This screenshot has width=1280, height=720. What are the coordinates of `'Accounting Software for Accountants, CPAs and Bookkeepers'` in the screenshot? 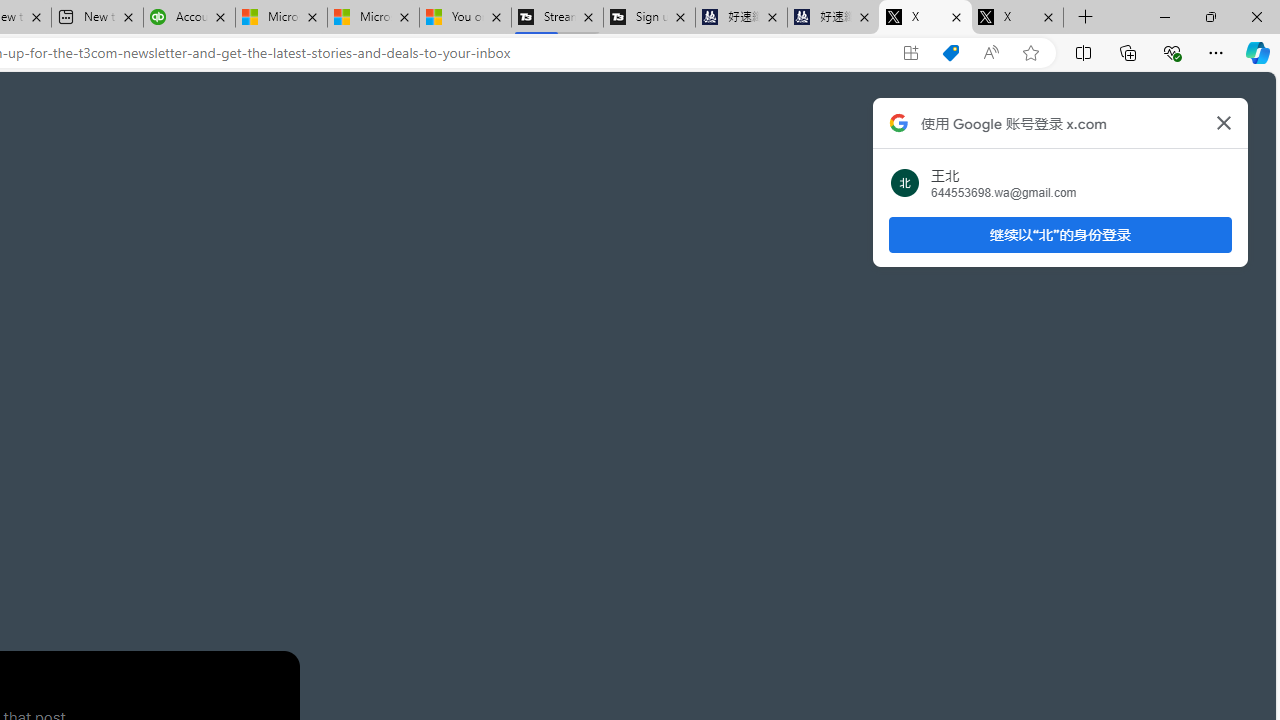 It's located at (189, 17).